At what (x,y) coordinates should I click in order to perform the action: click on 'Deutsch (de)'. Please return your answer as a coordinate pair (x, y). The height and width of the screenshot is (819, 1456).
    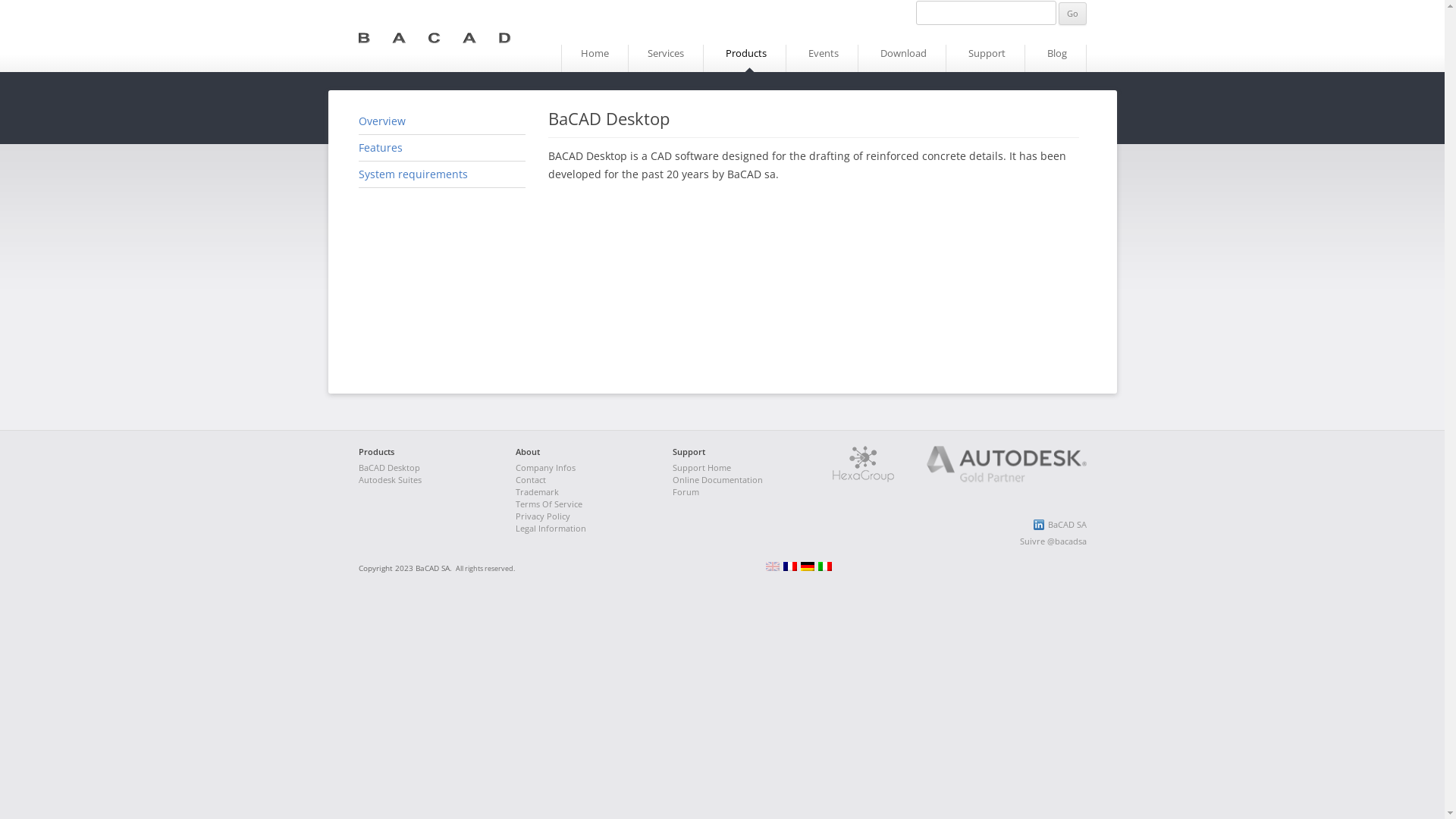
    Looking at the image, I should click on (807, 567).